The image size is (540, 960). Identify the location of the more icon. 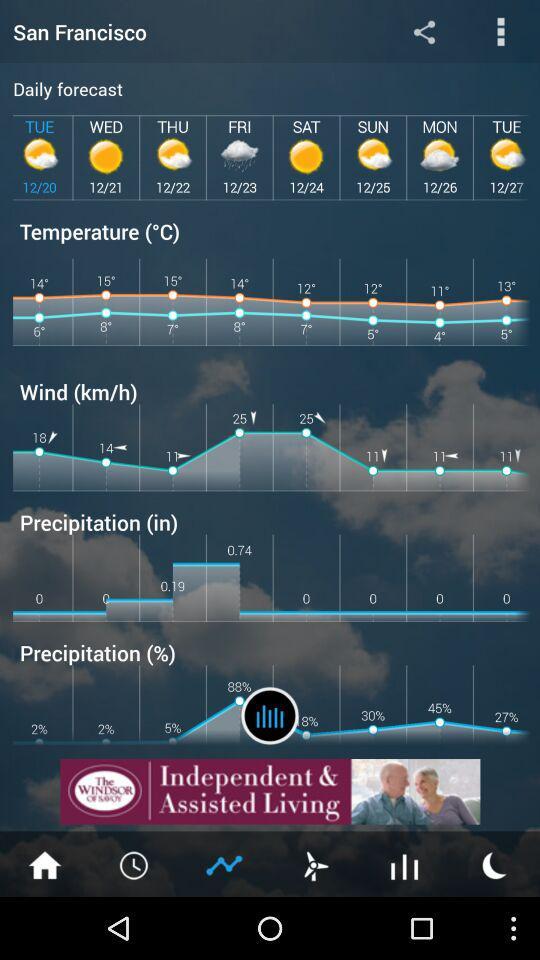
(500, 33).